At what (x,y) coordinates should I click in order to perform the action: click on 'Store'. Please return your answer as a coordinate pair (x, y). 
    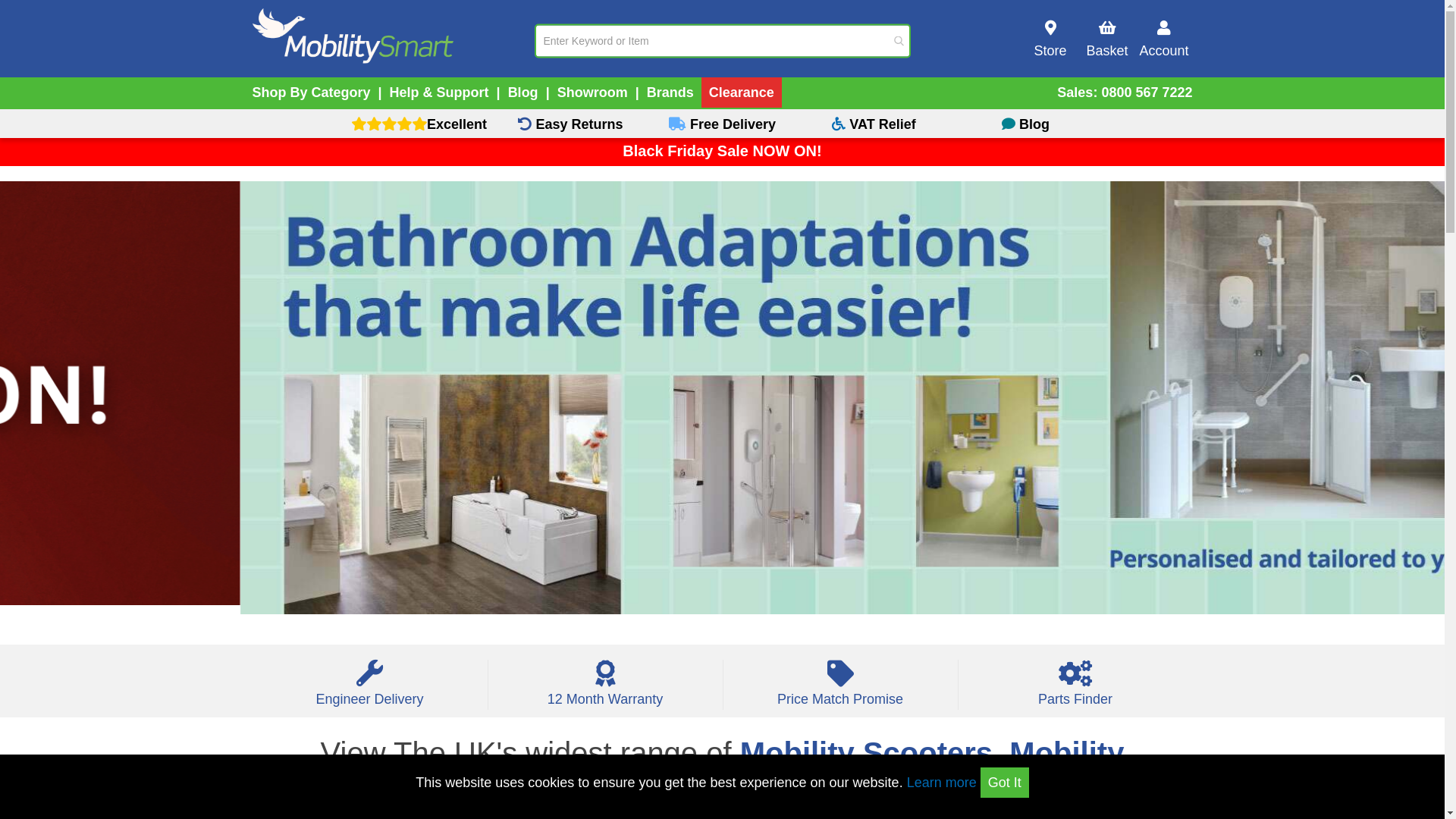
    Looking at the image, I should click on (1050, 38).